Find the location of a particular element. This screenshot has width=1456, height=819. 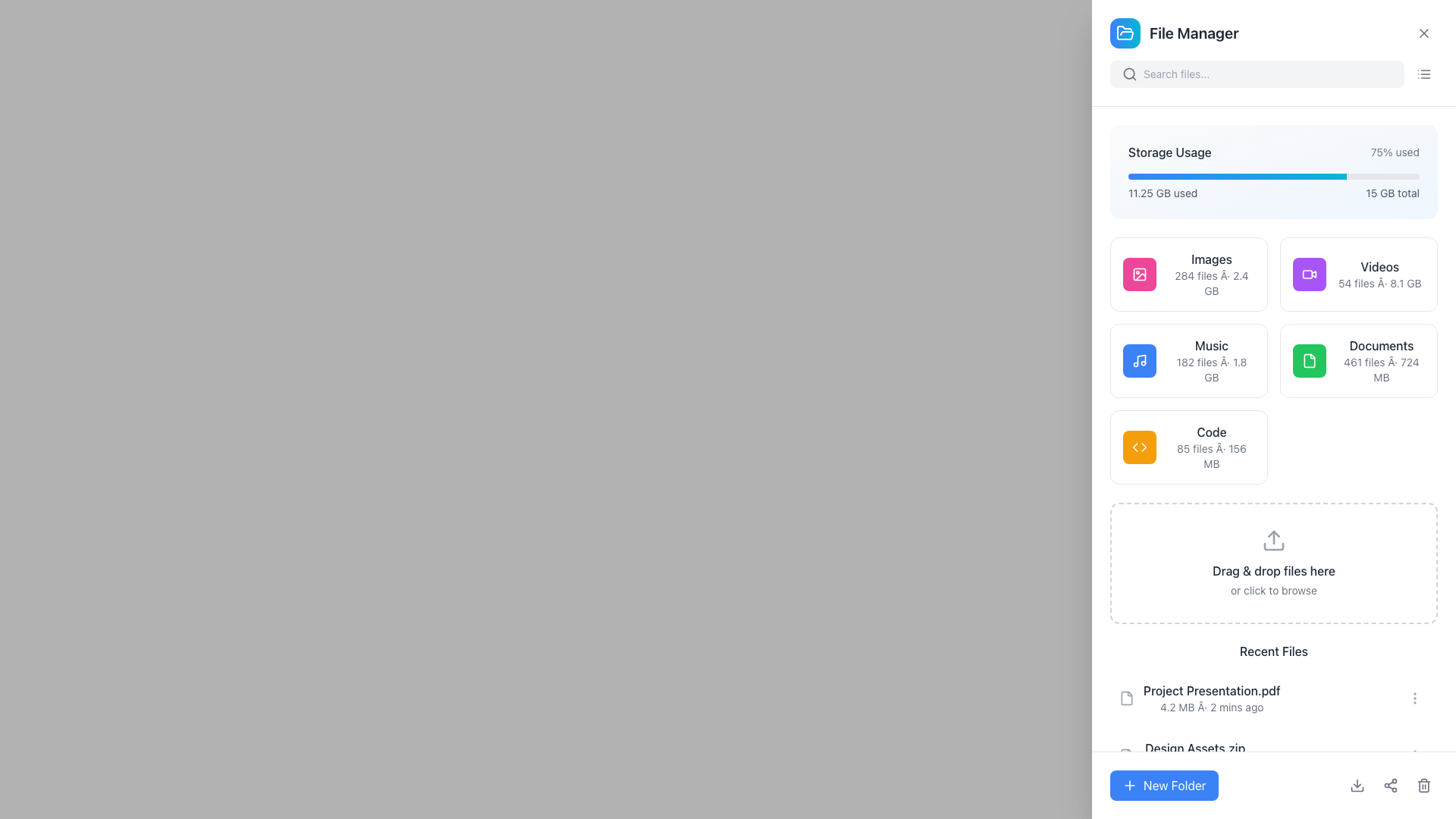

the vibrant green square icon with rounded corners that features a white document illustration, located in the 'Documents' section, to interact with it is located at coordinates (1309, 360).